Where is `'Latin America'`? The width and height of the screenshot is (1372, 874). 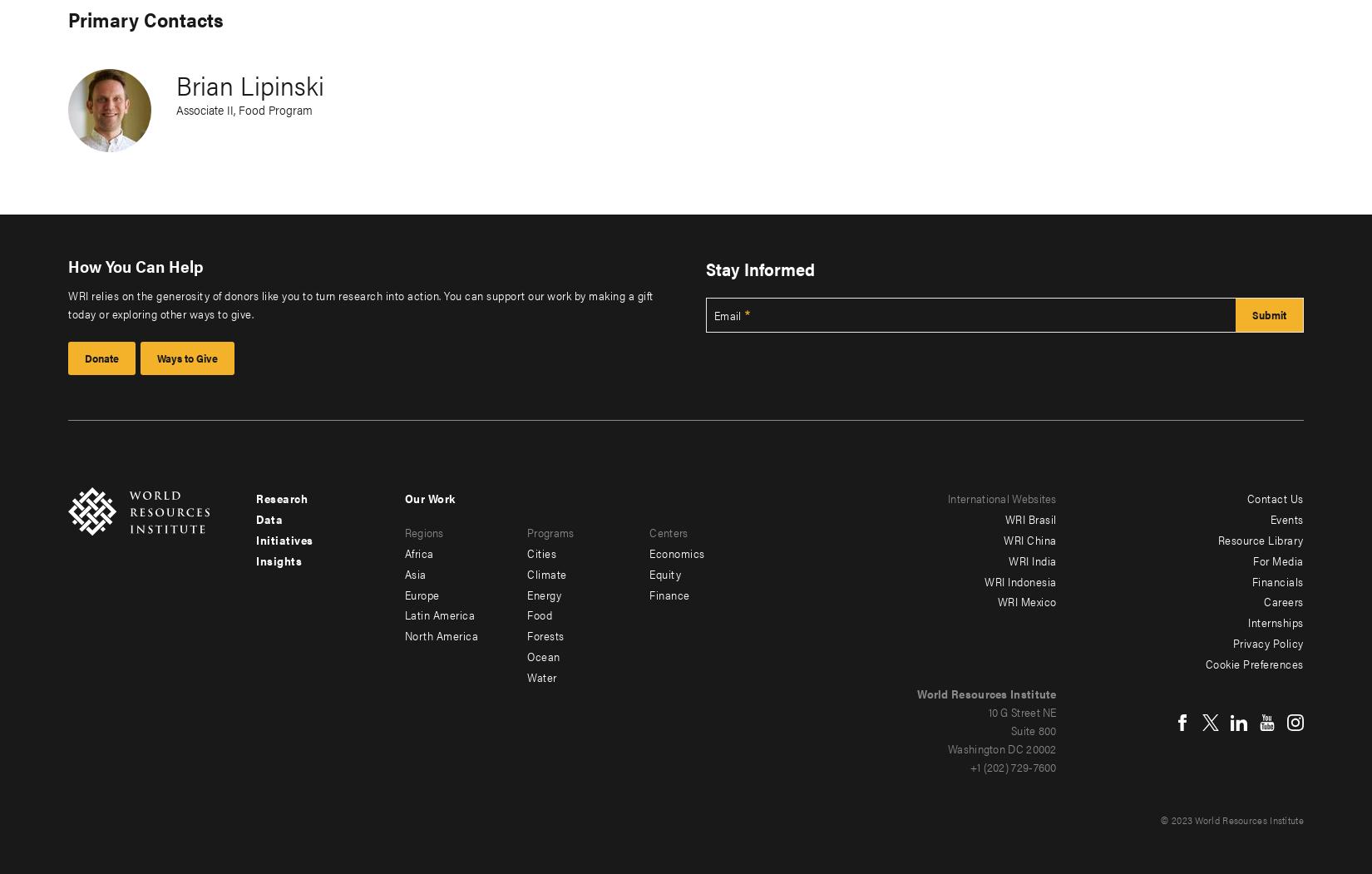 'Latin America' is located at coordinates (402, 614).